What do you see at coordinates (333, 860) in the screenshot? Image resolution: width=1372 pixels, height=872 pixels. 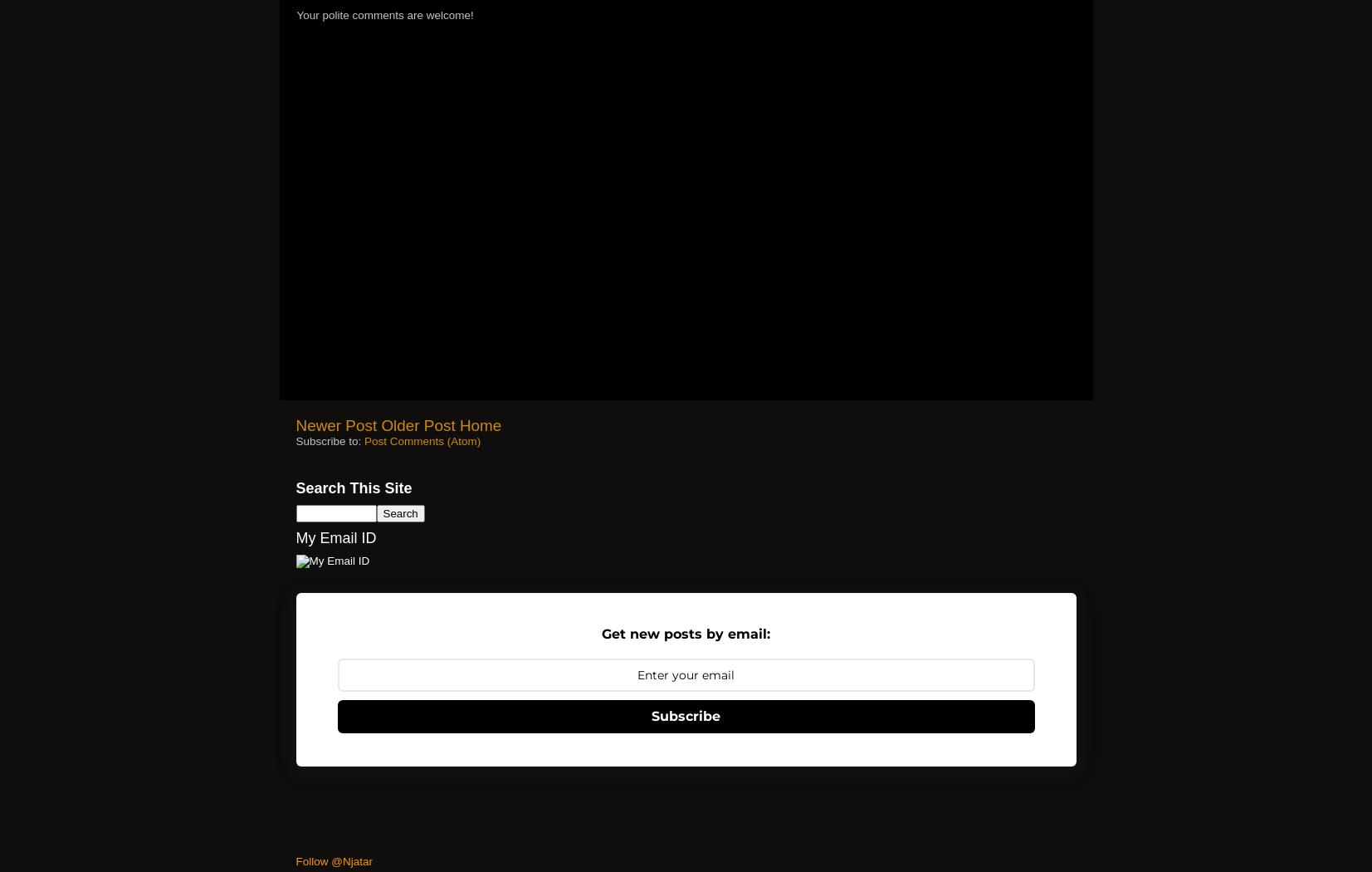 I see `'Follow @Njatar'` at bounding box center [333, 860].